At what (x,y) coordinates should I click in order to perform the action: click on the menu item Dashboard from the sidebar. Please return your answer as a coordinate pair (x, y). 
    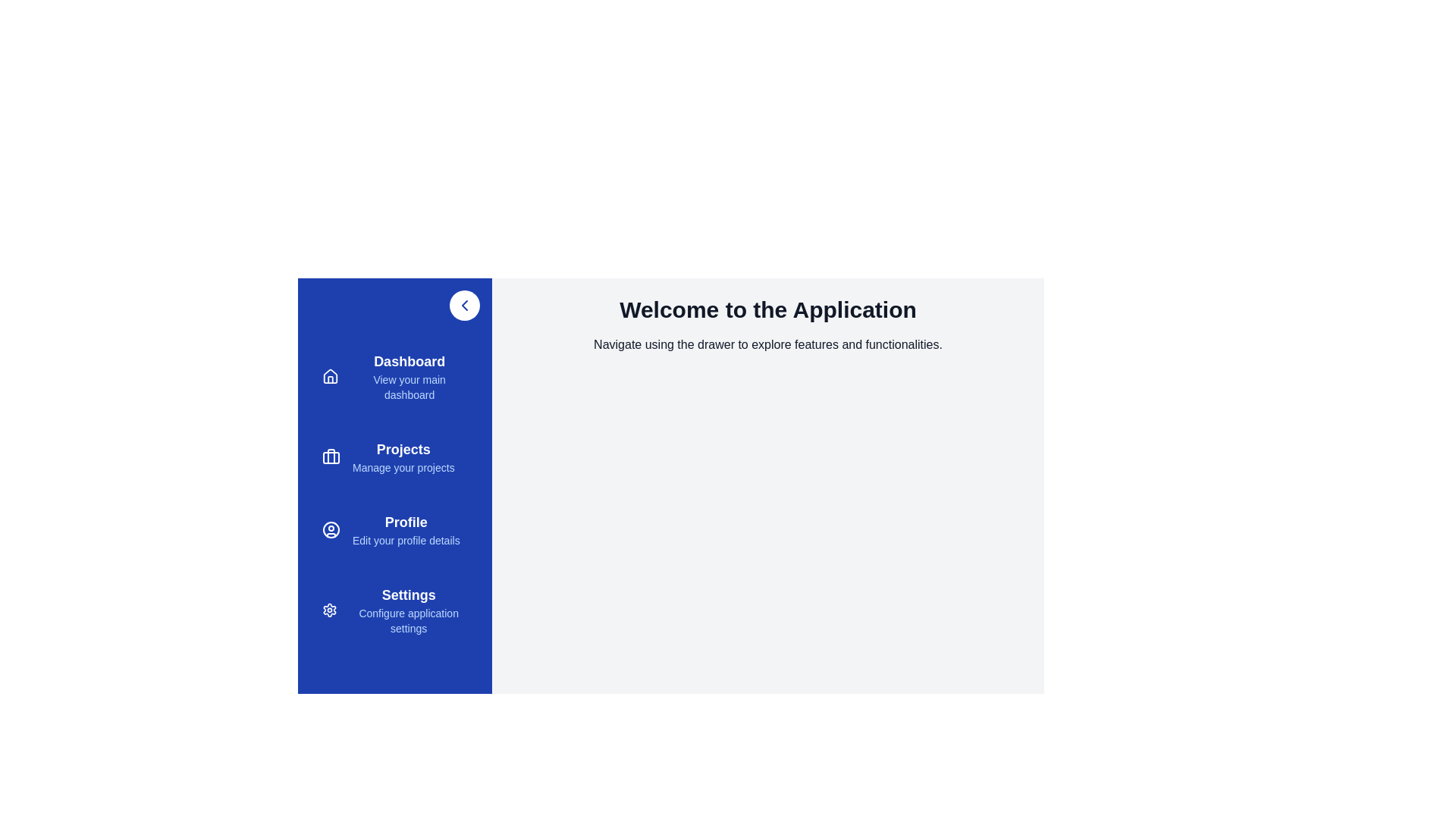
    Looking at the image, I should click on (395, 376).